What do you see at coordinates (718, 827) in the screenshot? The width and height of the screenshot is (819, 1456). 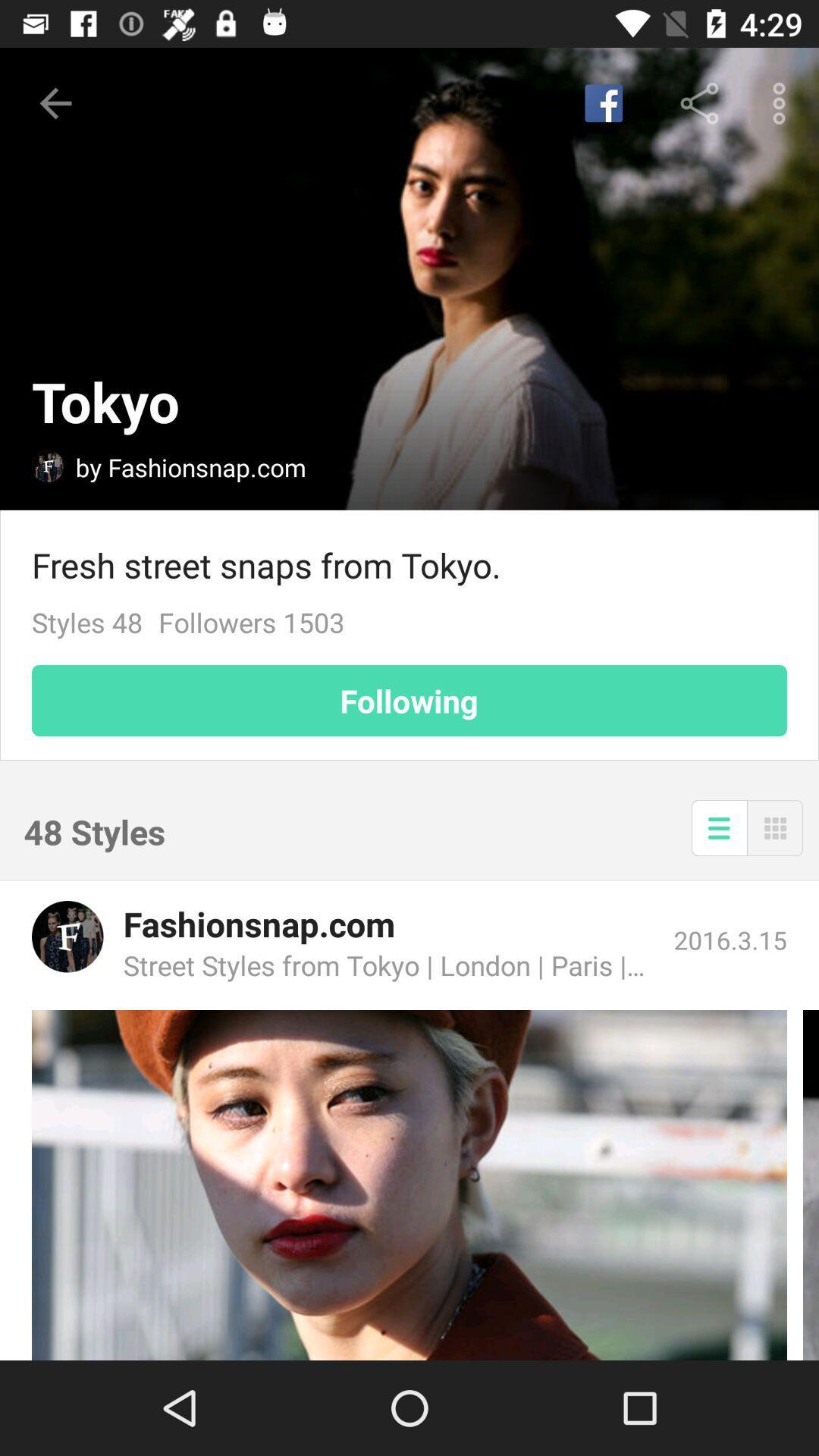 I see `menu appearance` at bounding box center [718, 827].